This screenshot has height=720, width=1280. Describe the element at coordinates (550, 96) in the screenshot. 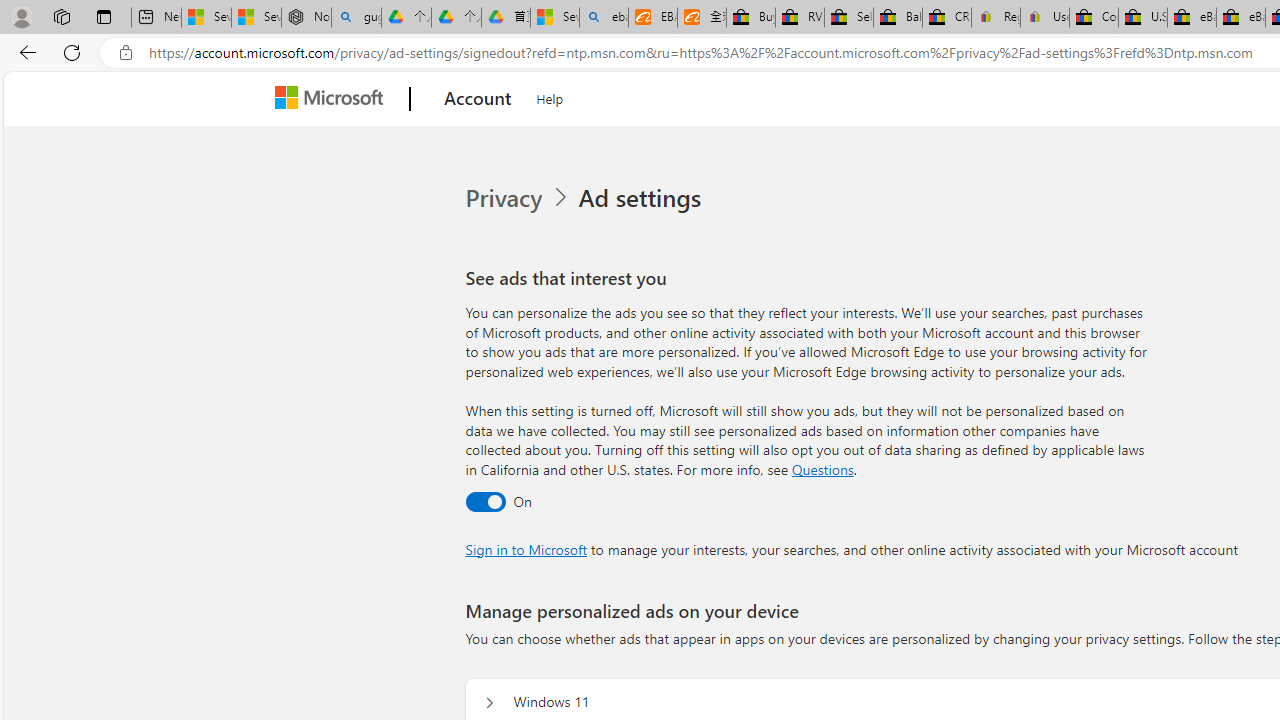

I see `'Help'` at that location.